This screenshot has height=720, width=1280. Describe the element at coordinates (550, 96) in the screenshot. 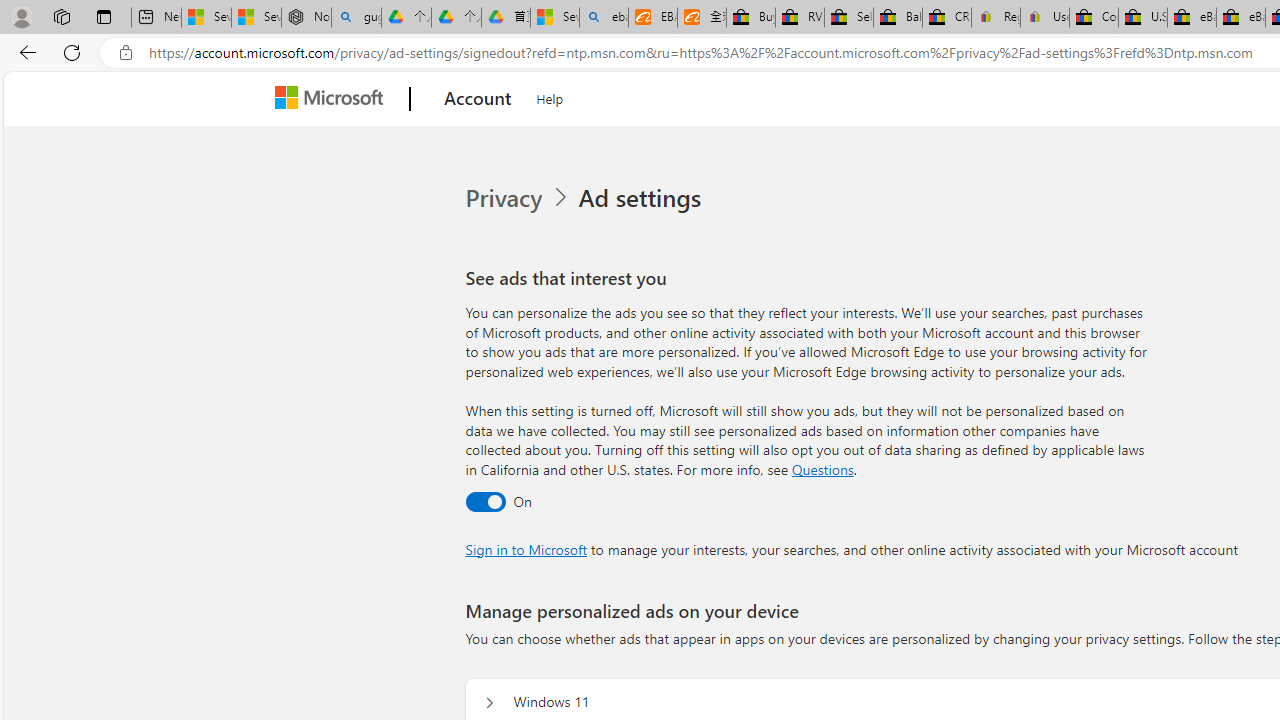

I see `'Help'` at that location.